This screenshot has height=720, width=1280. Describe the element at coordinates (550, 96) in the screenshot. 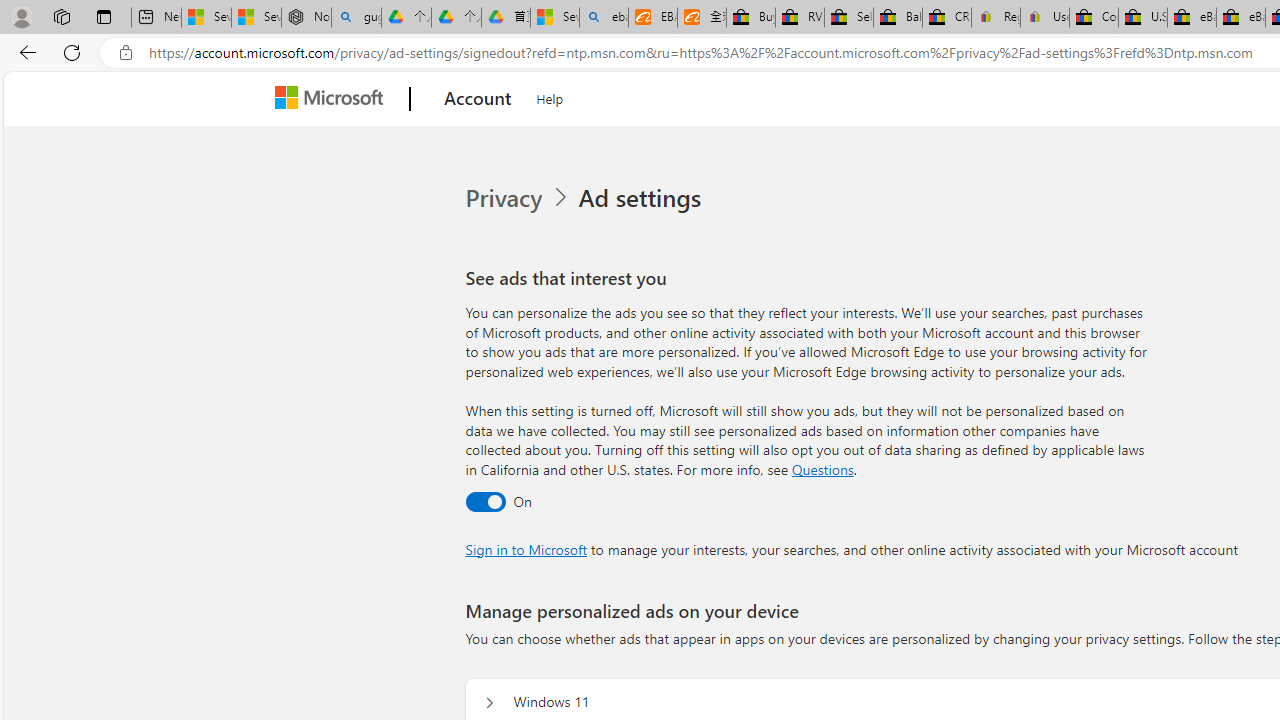

I see `'Help'` at that location.